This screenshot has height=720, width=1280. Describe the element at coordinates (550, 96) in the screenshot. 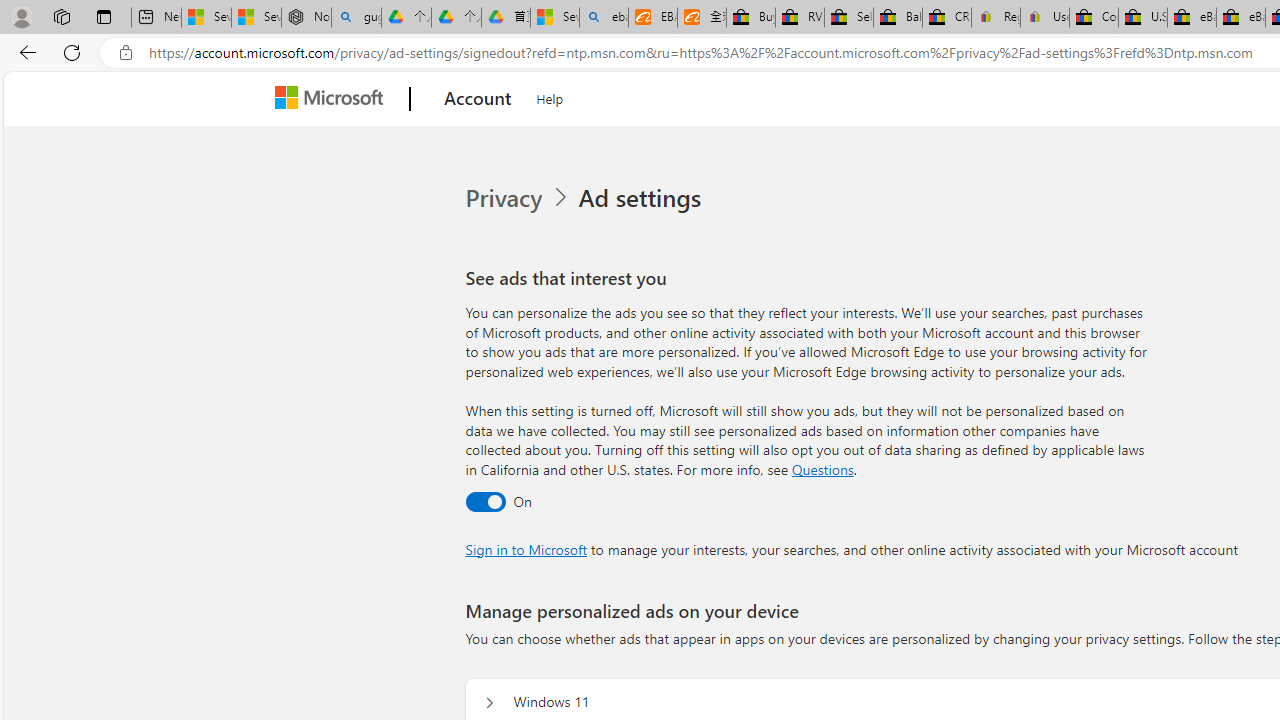

I see `'Help'` at that location.